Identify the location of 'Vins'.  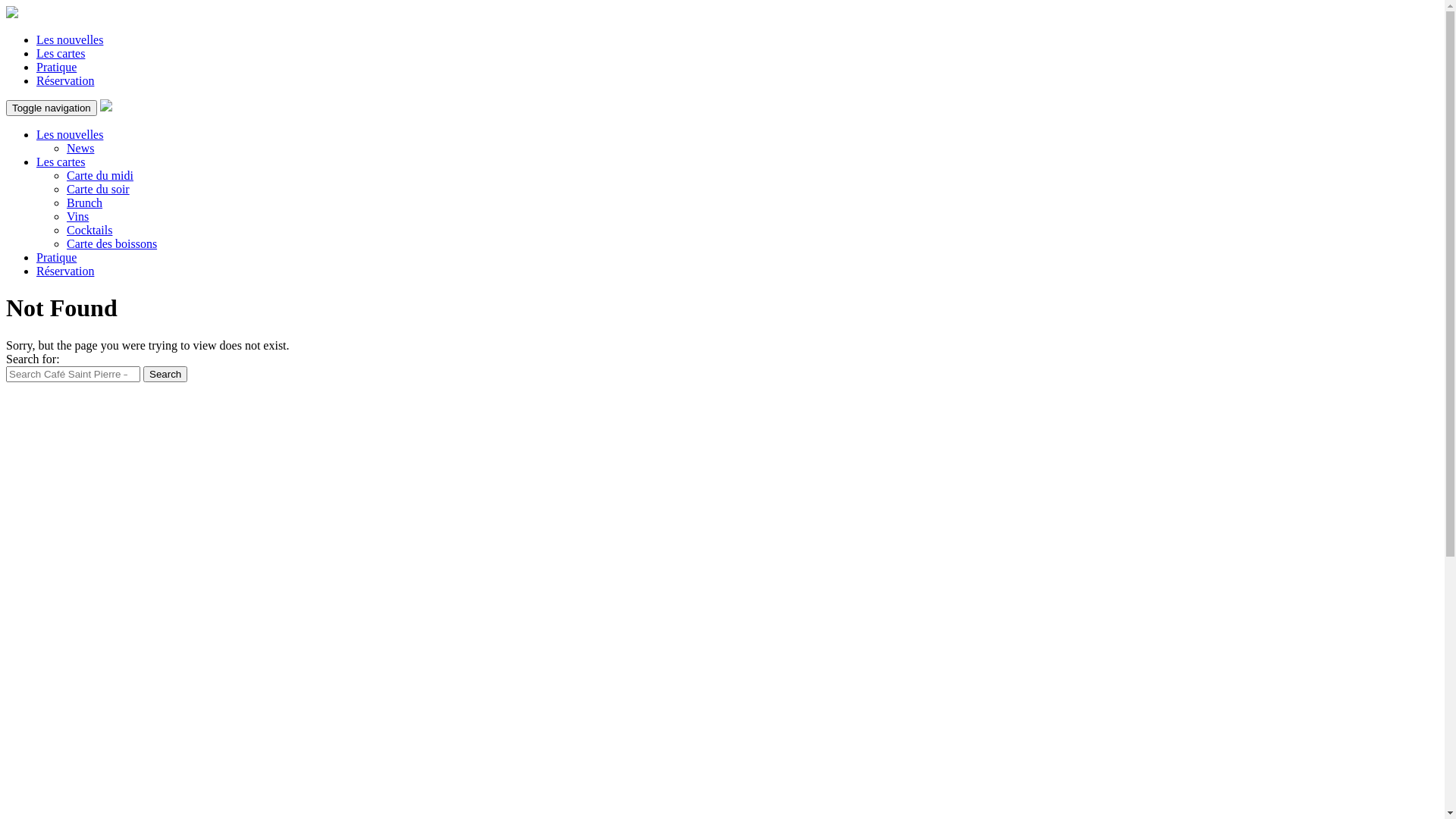
(77, 216).